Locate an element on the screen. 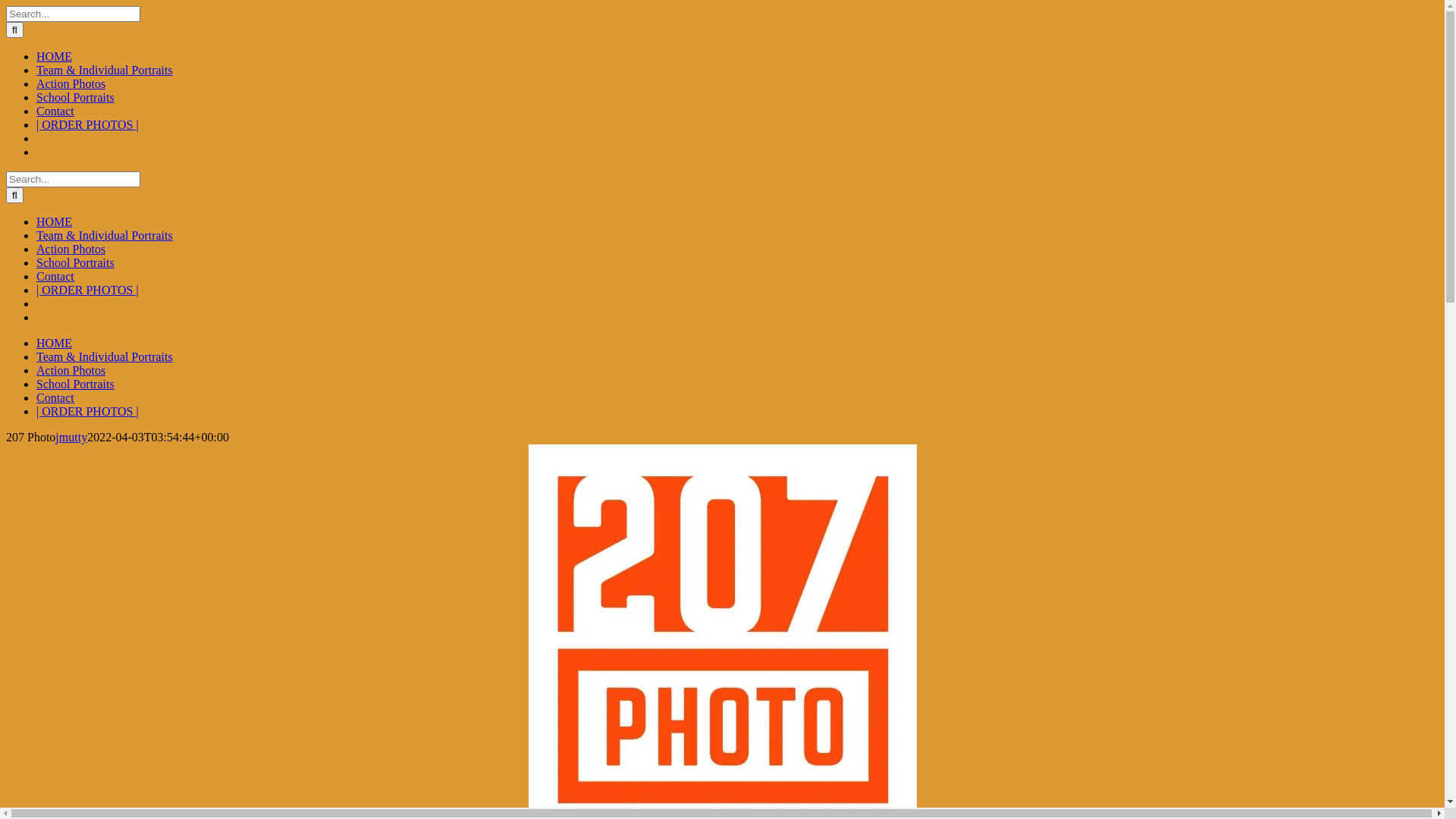  '| ORDER PHOTOS |' is located at coordinates (86, 124).